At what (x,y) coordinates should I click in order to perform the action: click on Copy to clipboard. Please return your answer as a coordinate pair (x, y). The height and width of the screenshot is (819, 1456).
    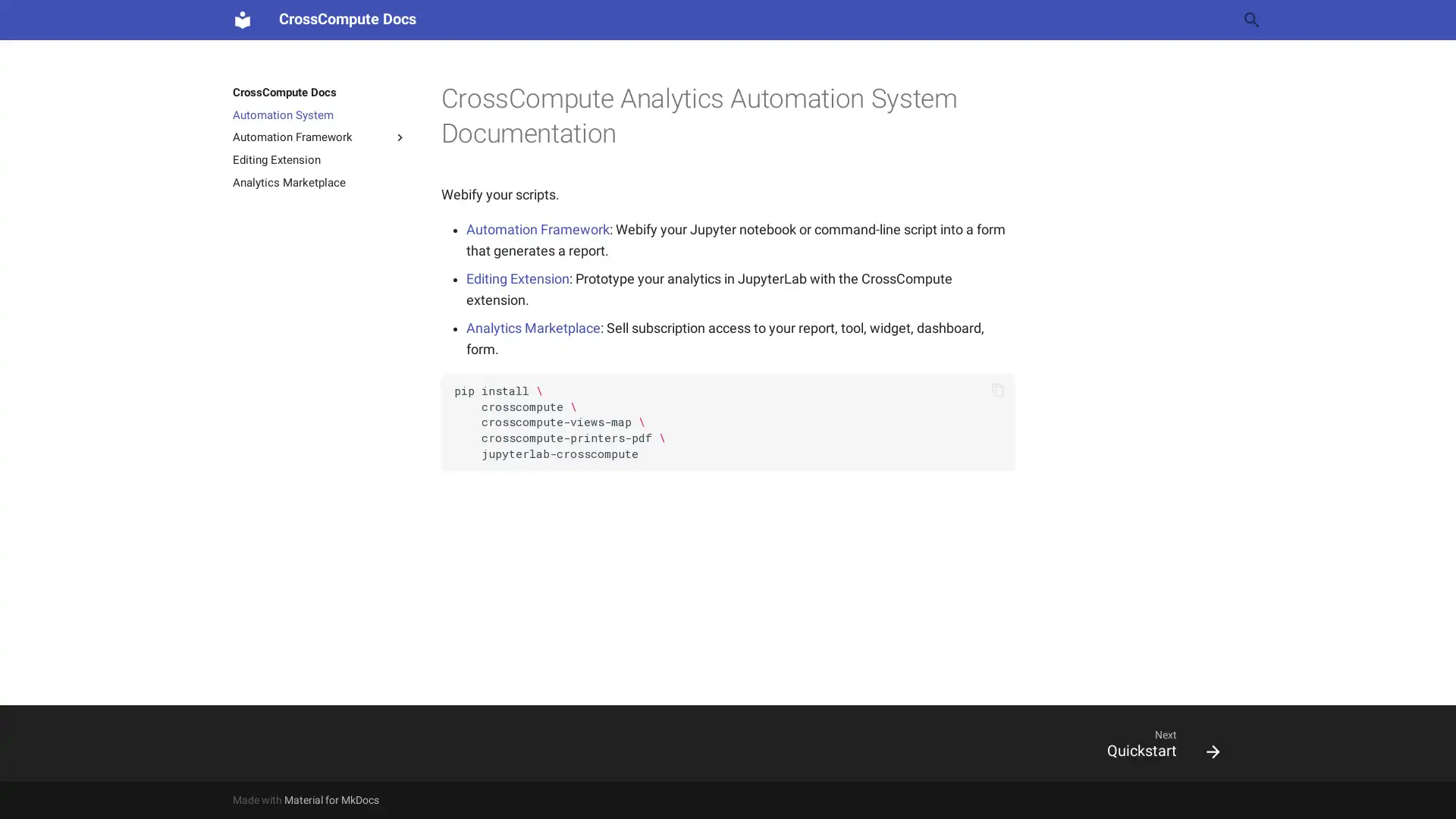
    Looking at the image, I should click on (997, 389).